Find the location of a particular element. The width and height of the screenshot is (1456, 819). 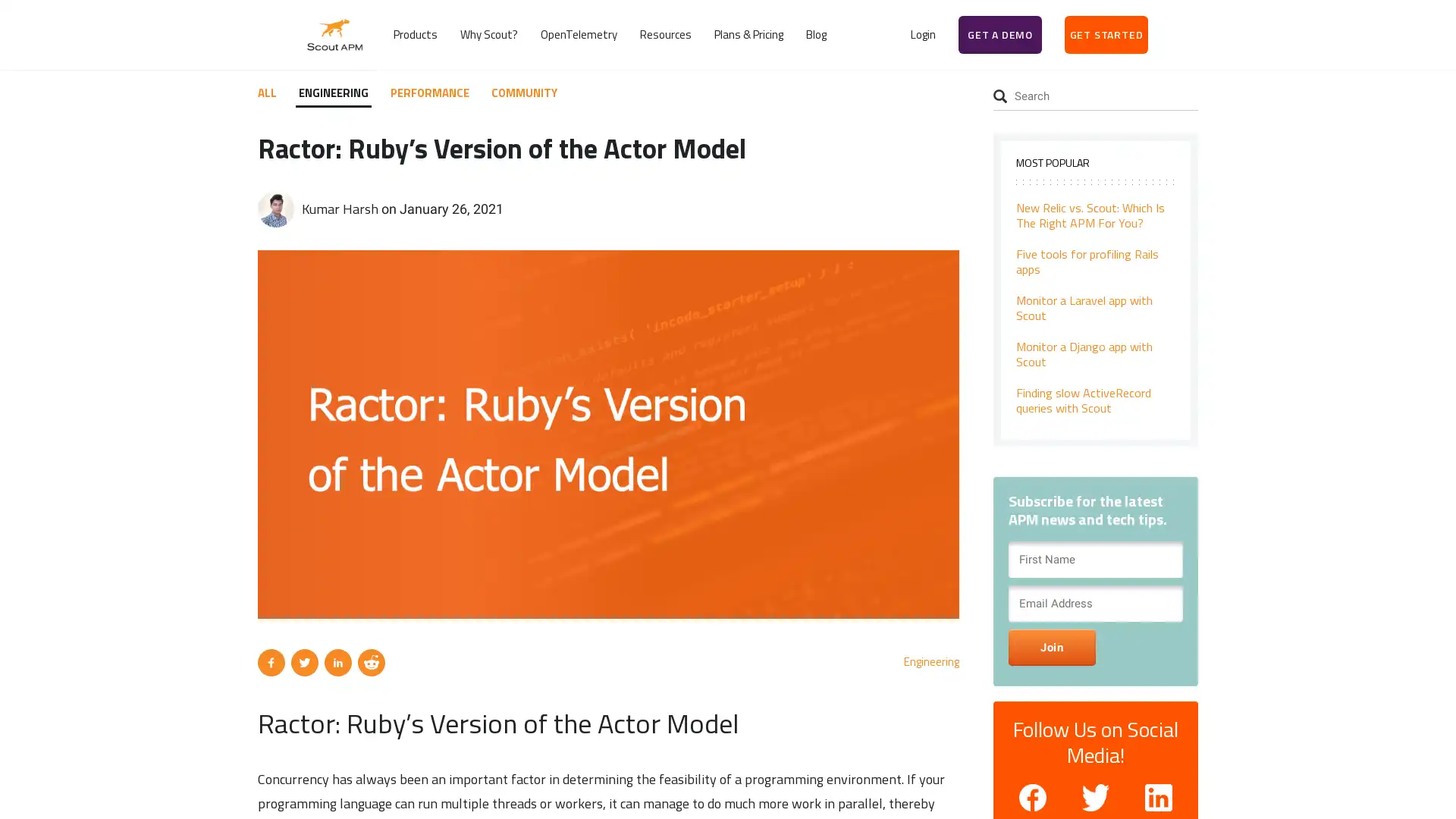

GET A DEMO is located at coordinates (1000, 34).